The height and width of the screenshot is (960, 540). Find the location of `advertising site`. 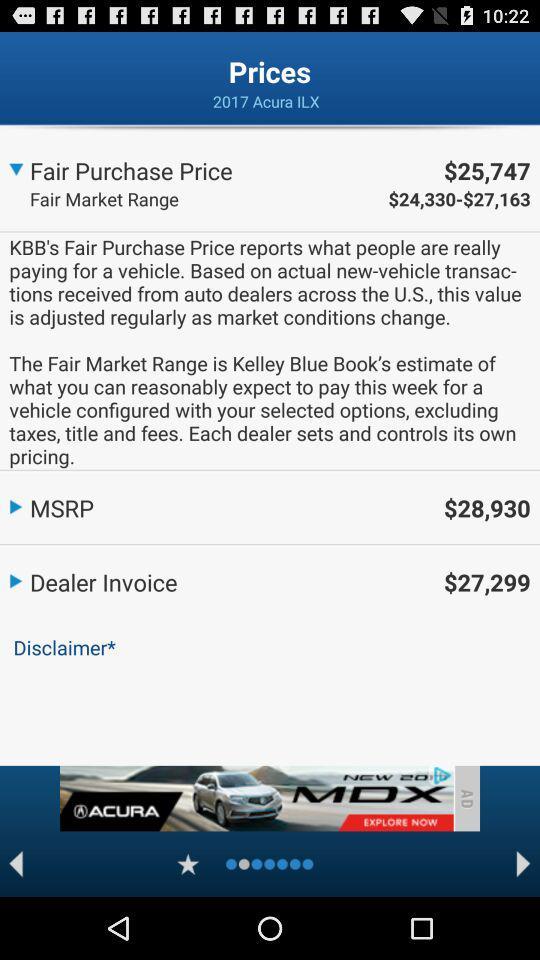

advertising site is located at coordinates (256, 798).